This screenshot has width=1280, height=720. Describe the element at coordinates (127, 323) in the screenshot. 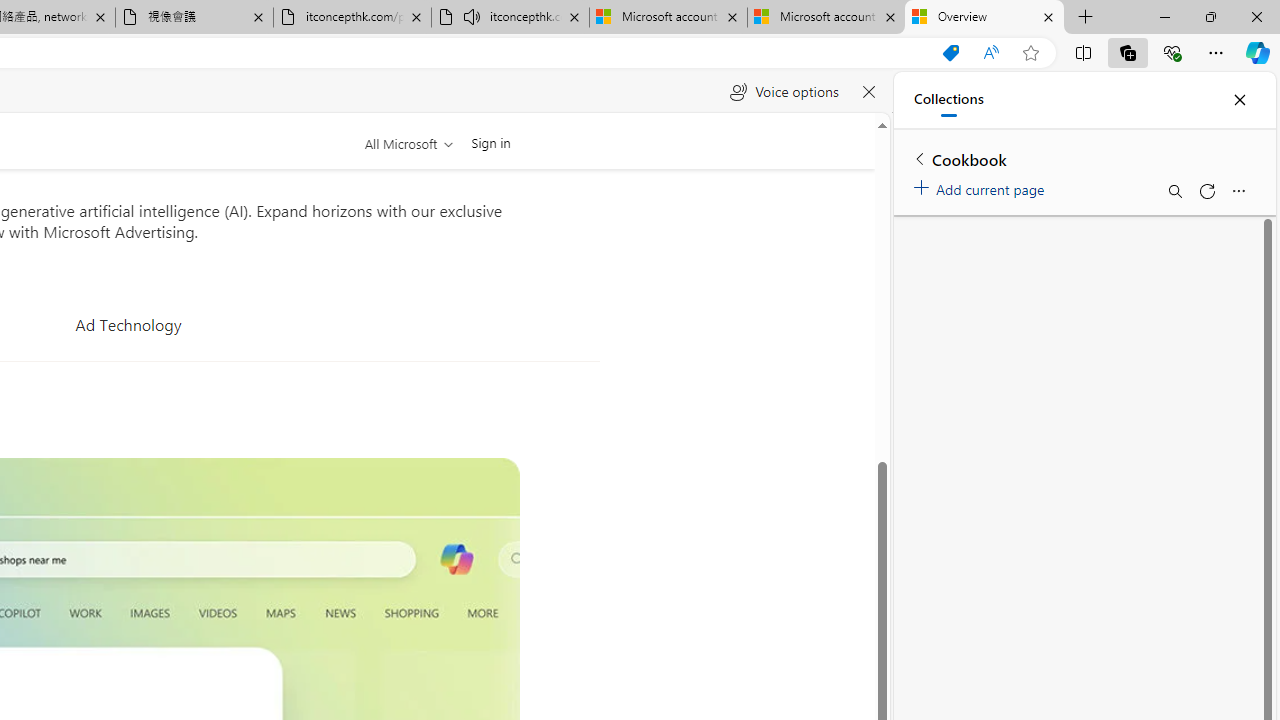

I see `'Ad Technology'` at that location.